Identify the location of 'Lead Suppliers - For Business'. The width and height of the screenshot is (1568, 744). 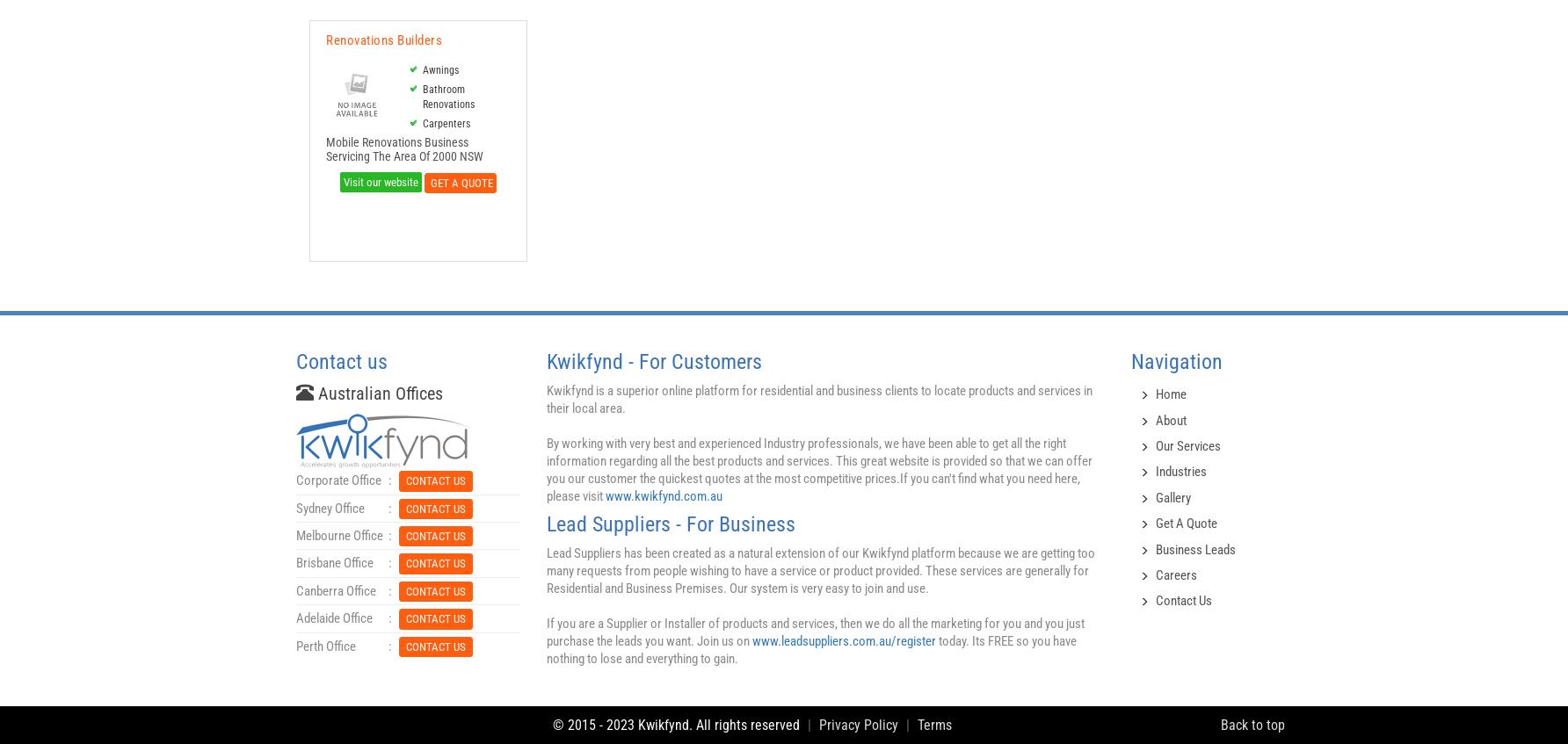
(546, 524).